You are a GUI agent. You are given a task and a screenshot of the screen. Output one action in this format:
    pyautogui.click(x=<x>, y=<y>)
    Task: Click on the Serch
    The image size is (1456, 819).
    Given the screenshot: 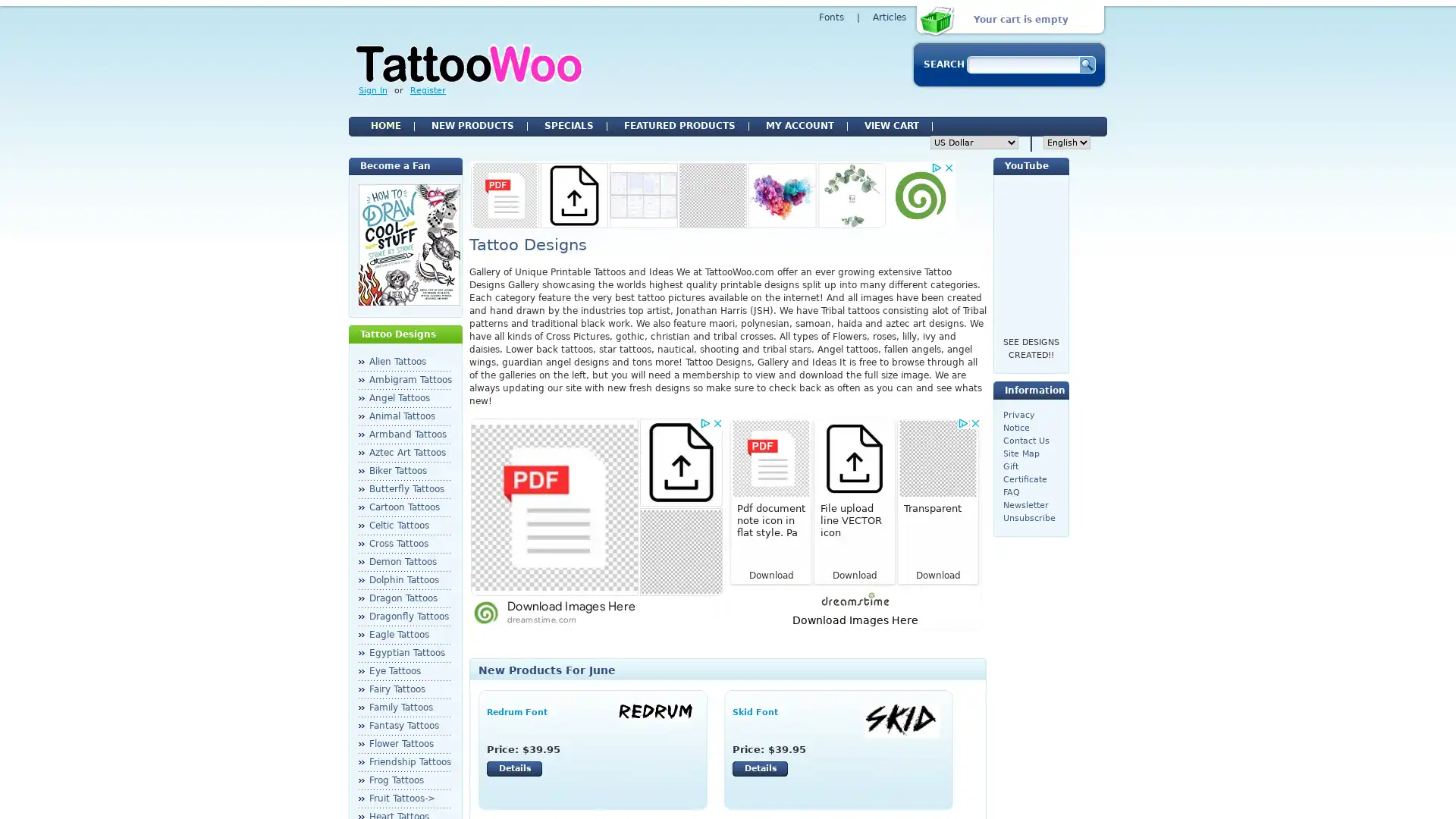 What is the action you would take?
    pyautogui.click(x=1086, y=64)
    